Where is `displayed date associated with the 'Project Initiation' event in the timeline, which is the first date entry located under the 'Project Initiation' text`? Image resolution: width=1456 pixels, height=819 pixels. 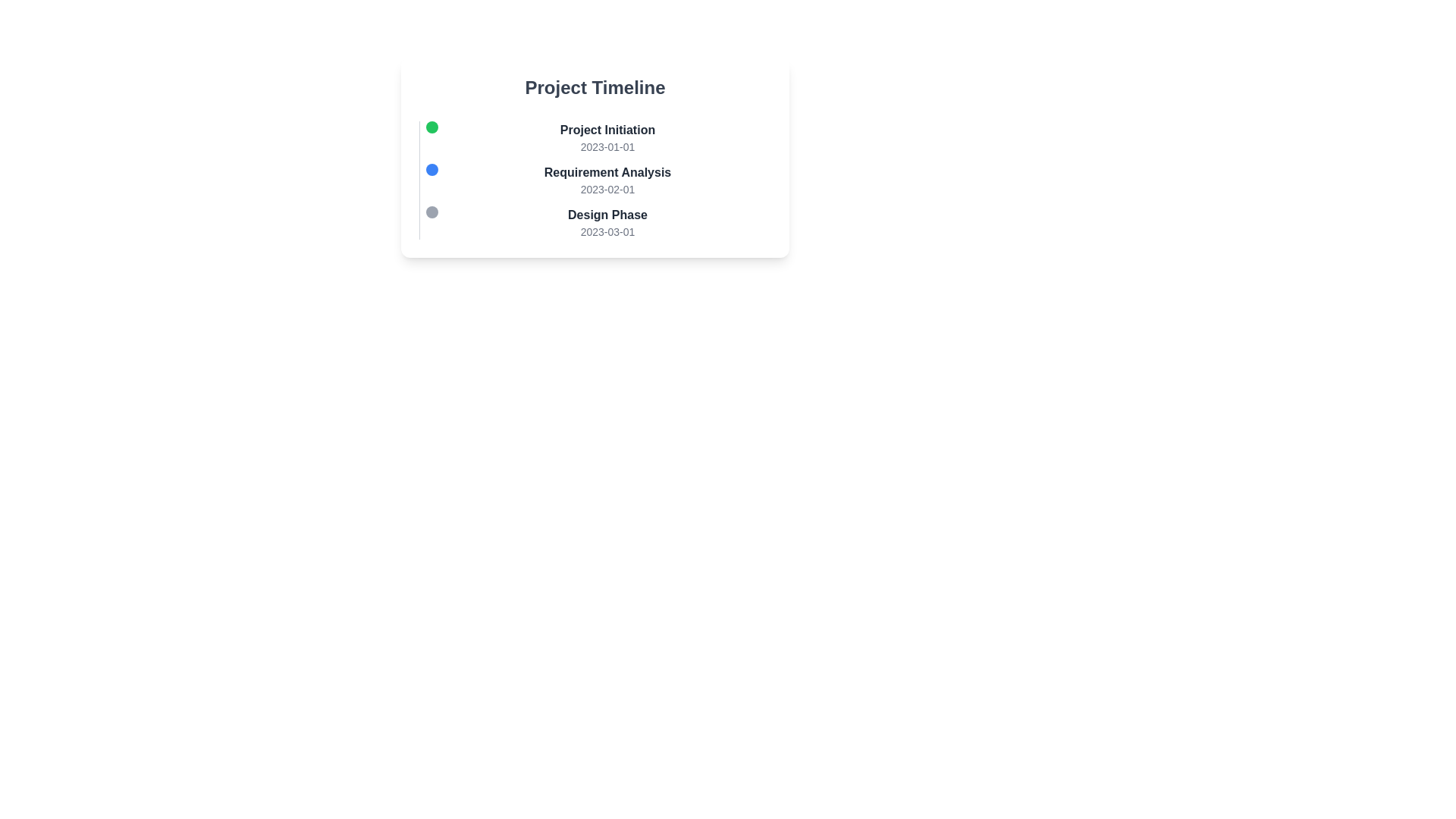
displayed date associated with the 'Project Initiation' event in the timeline, which is the first date entry located under the 'Project Initiation' text is located at coordinates (607, 146).